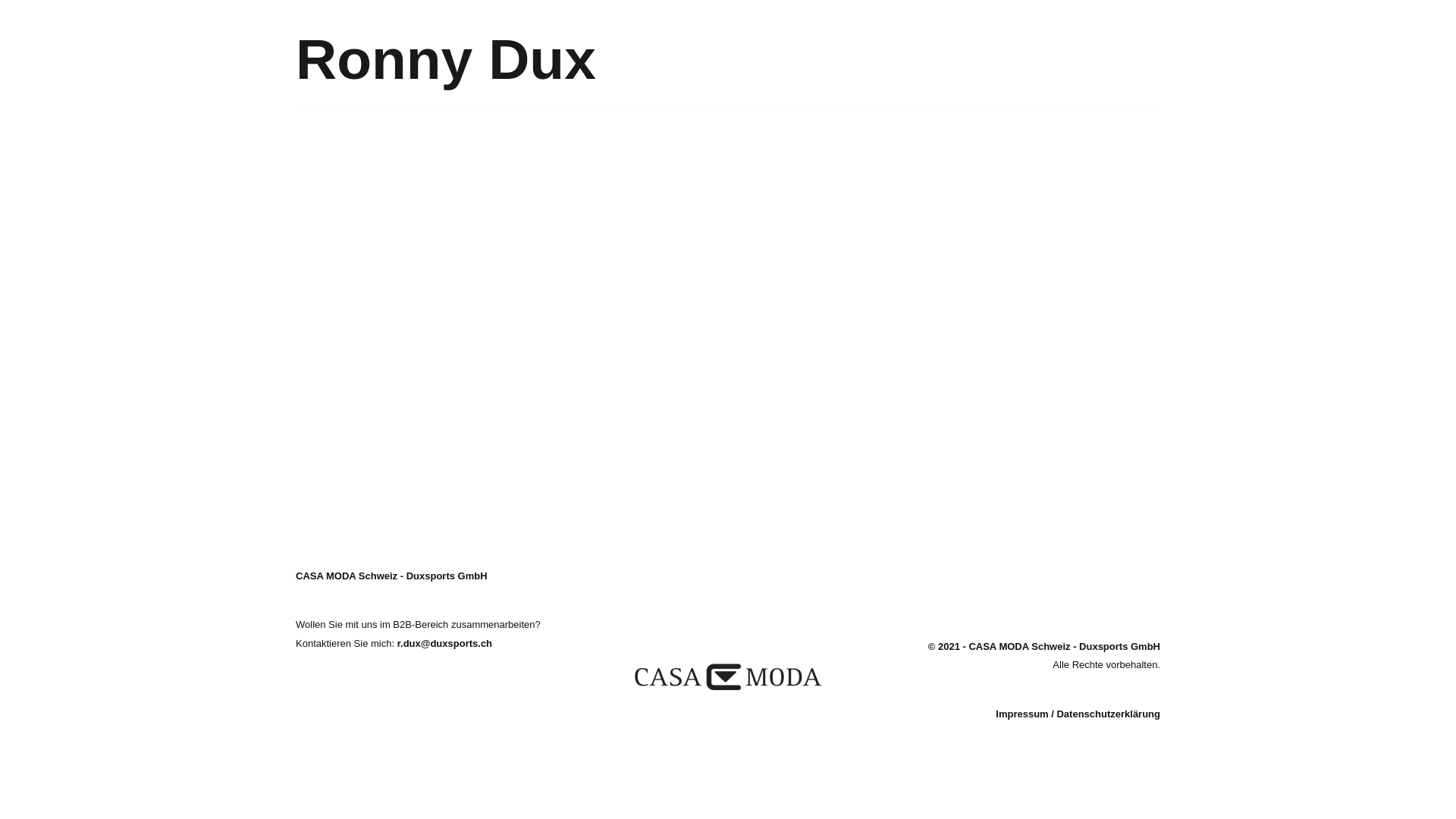 The height and width of the screenshot is (819, 1456). Describe the element at coordinates (444, 643) in the screenshot. I see `'r.dux@duxsports.ch'` at that location.